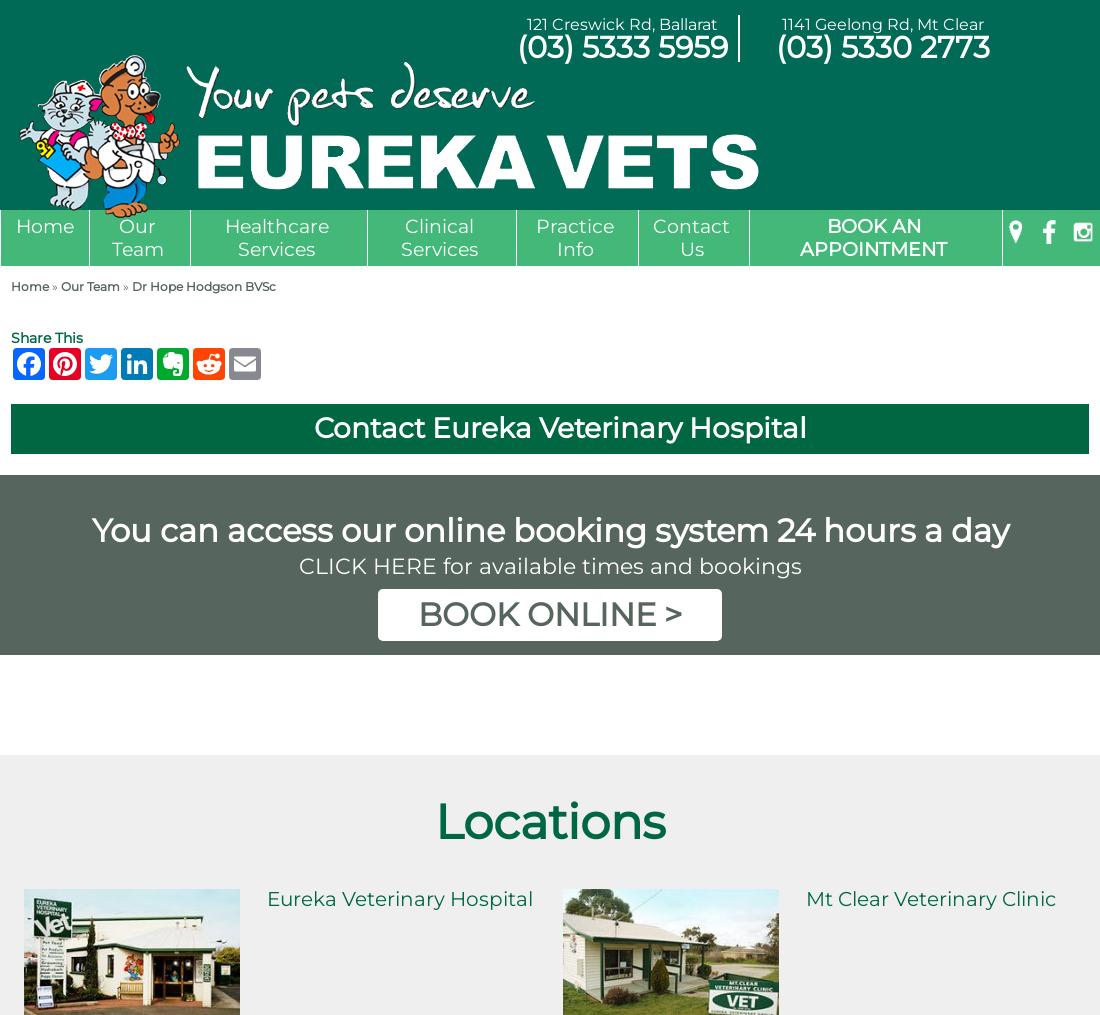 This screenshot has width=1100, height=1015. What do you see at coordinates (343, 279) in the screenshot?
I see `'Annual Health Check & Consultation'` at bounding box center [343, 279].